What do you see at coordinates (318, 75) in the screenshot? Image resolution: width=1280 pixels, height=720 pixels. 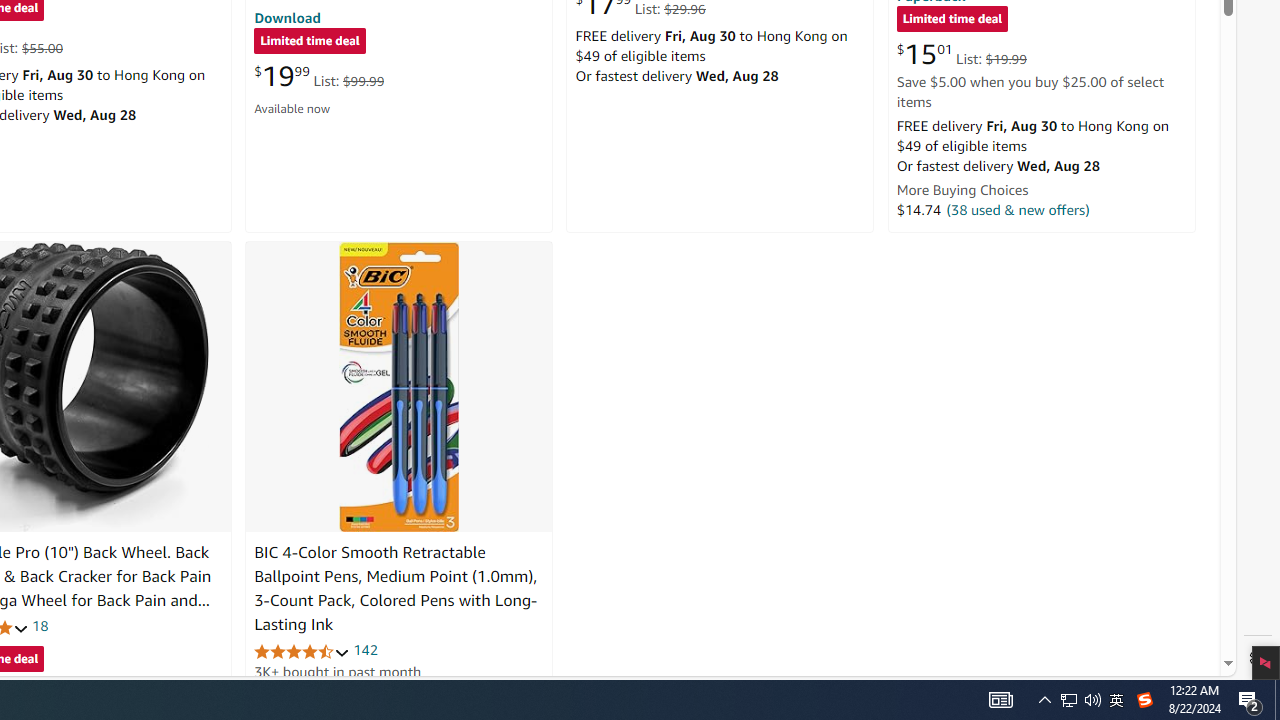 I see `'$19.99 List: $99.99'` at bounding box center [318, 75].